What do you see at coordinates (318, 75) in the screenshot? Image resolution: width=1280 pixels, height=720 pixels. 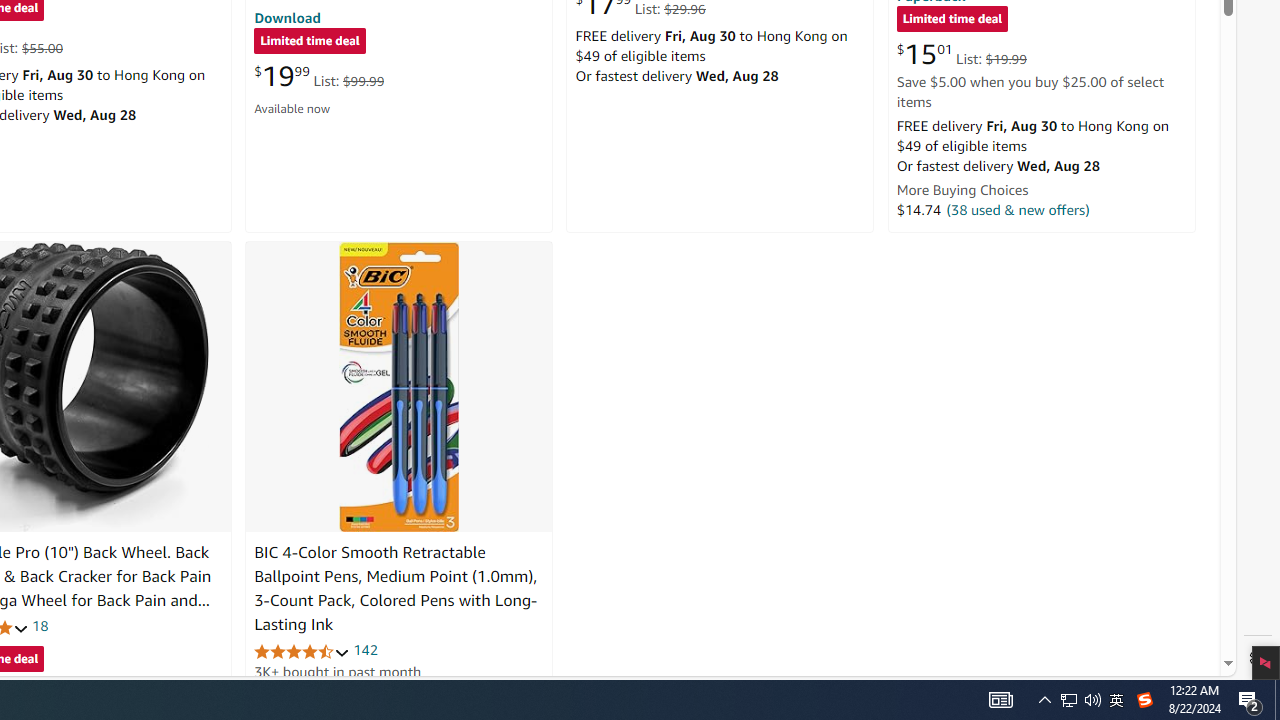 I see `'$19.99 List: $99.99'` at bounding box center [318, 75].